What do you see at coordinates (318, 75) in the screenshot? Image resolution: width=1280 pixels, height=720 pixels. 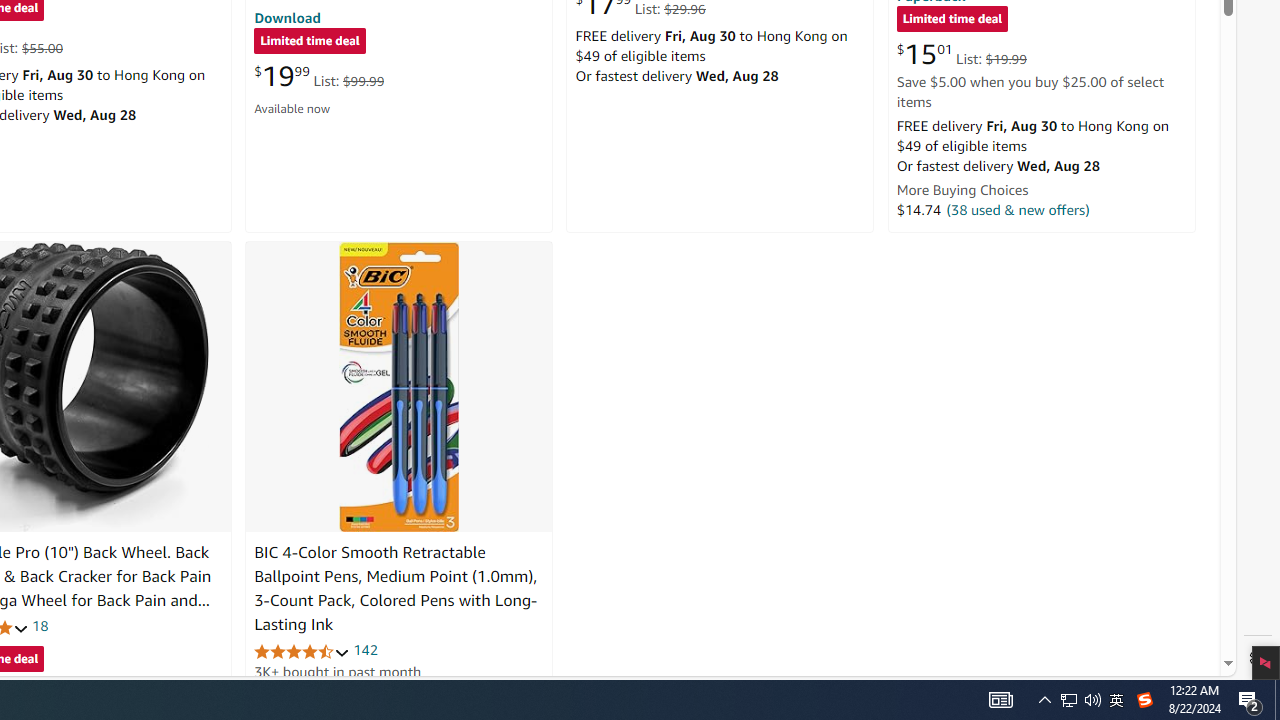 I see `'$19.99 List: $99.99'` at bounding box center [318, 75].